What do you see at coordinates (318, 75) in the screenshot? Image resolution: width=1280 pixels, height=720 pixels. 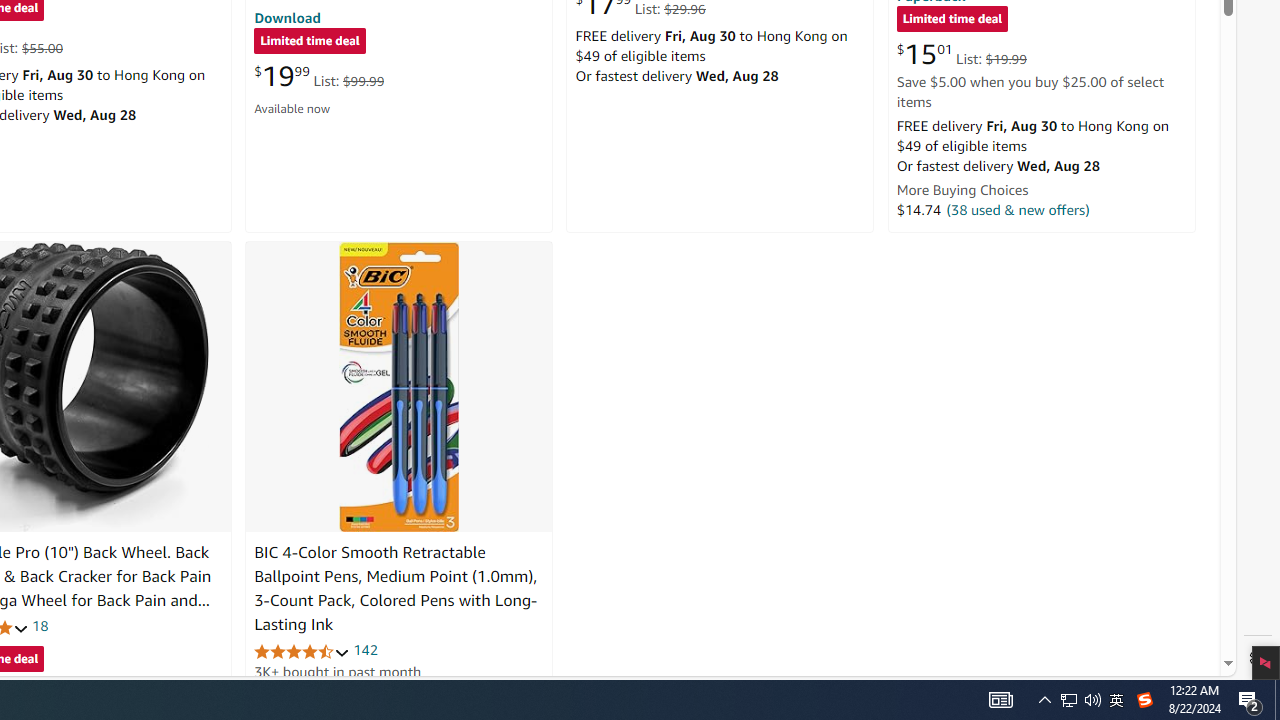 I see `'$19.99 List: $99.99'` at bounding box center [318, 75].